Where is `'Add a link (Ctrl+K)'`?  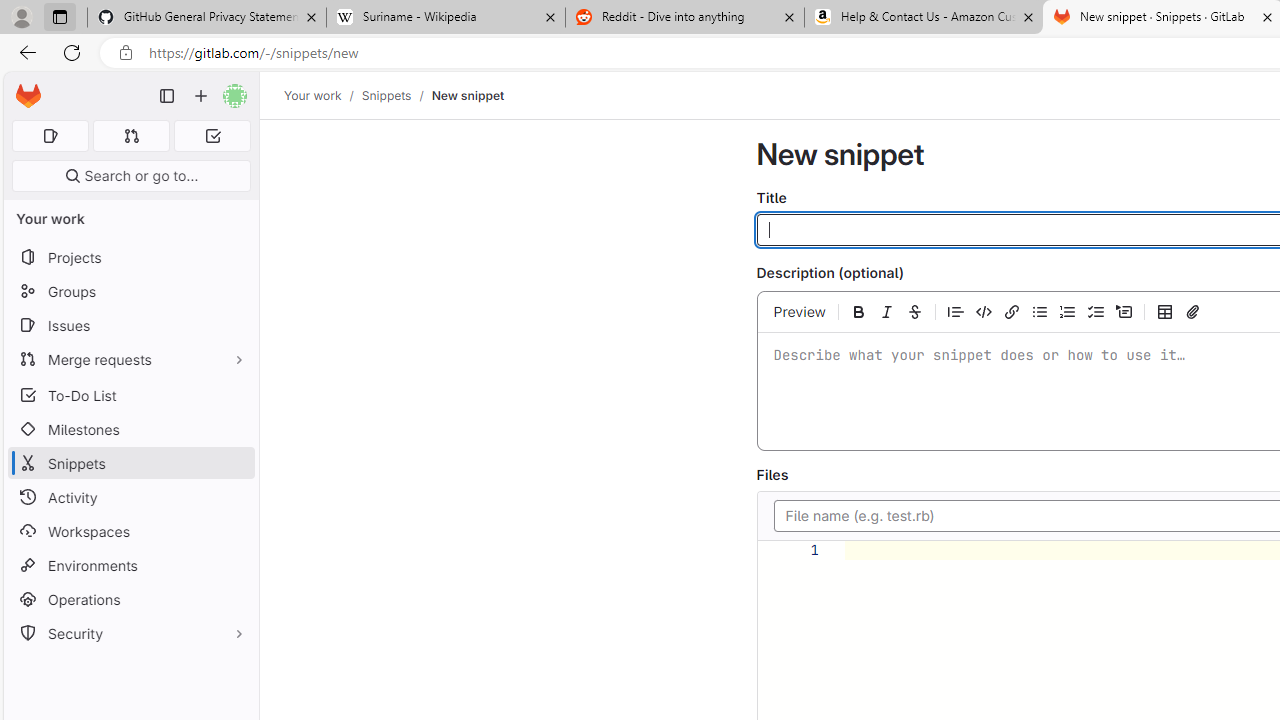 'Add a link (Ctrl+K)' is located at coordinates (1011, 311).